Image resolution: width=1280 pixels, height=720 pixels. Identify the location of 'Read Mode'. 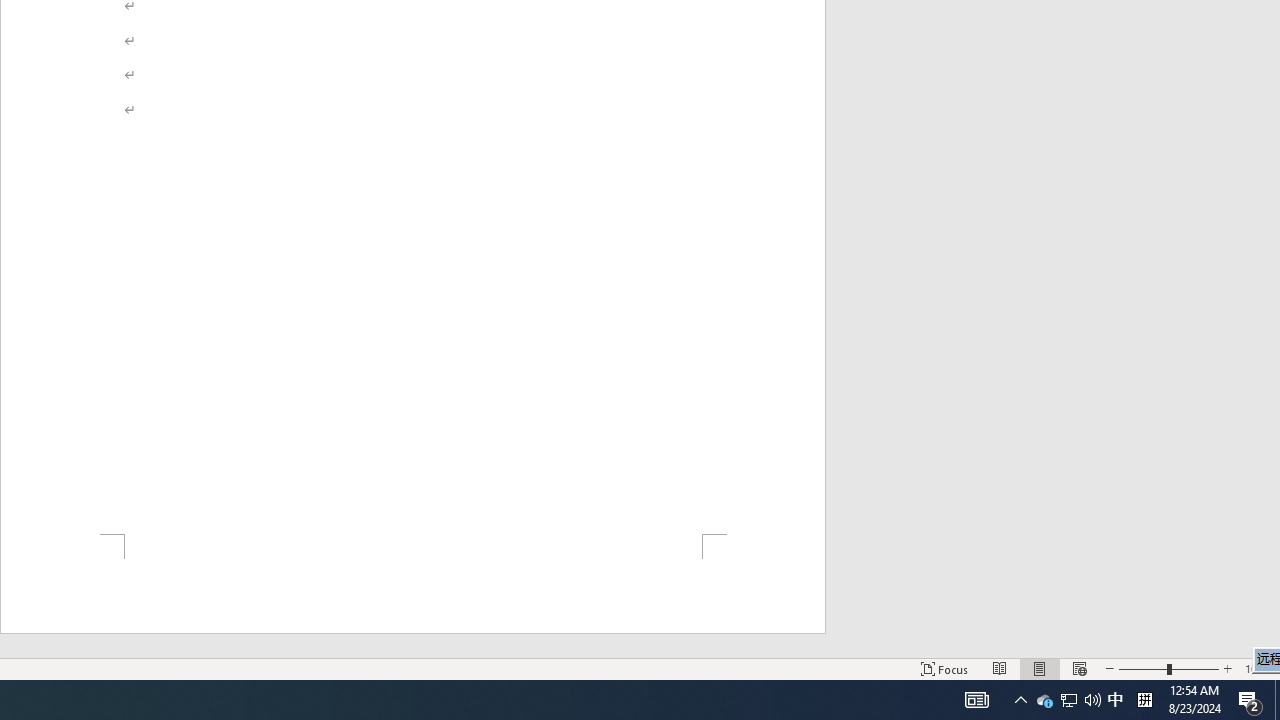
(1000, 669).